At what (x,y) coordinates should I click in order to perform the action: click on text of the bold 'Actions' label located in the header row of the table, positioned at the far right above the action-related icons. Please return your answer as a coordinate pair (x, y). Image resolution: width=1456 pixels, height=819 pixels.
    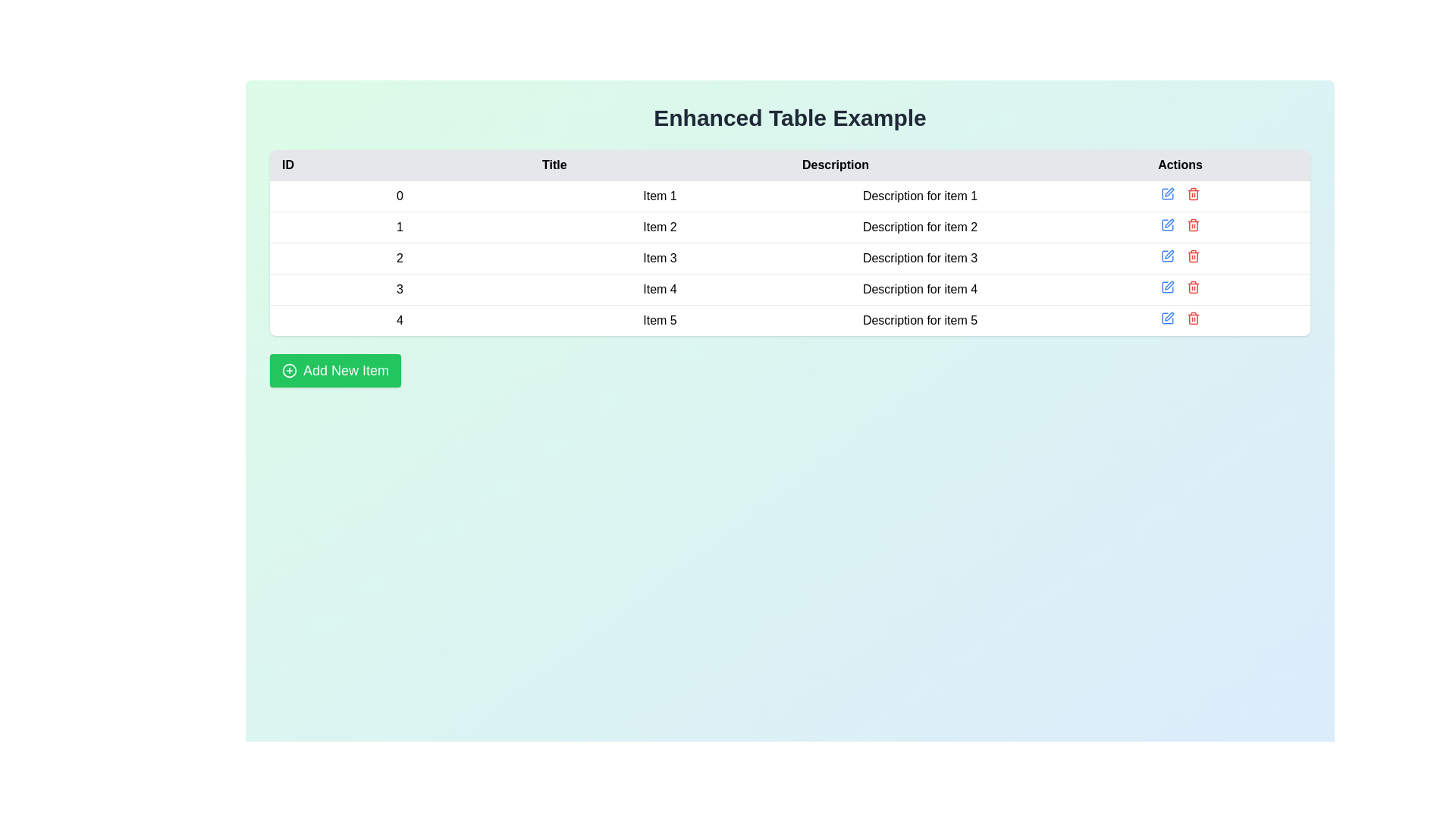
    Looking at the image, I should click on (1179, 165).